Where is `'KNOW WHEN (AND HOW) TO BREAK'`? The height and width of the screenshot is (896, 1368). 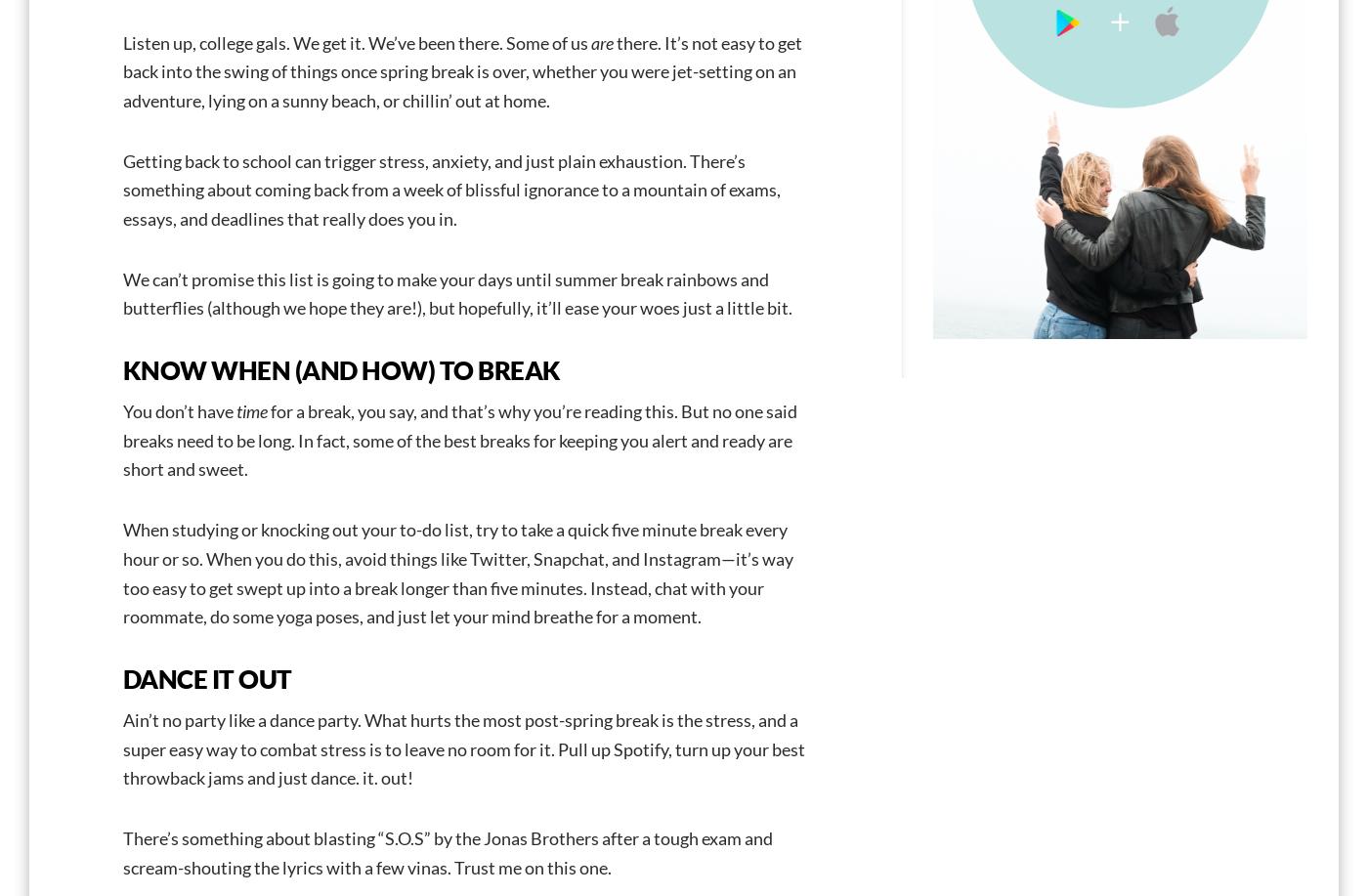 'KNOW WHEN (AND HOW) TO BREAK' is located at coordinates (123, 368).